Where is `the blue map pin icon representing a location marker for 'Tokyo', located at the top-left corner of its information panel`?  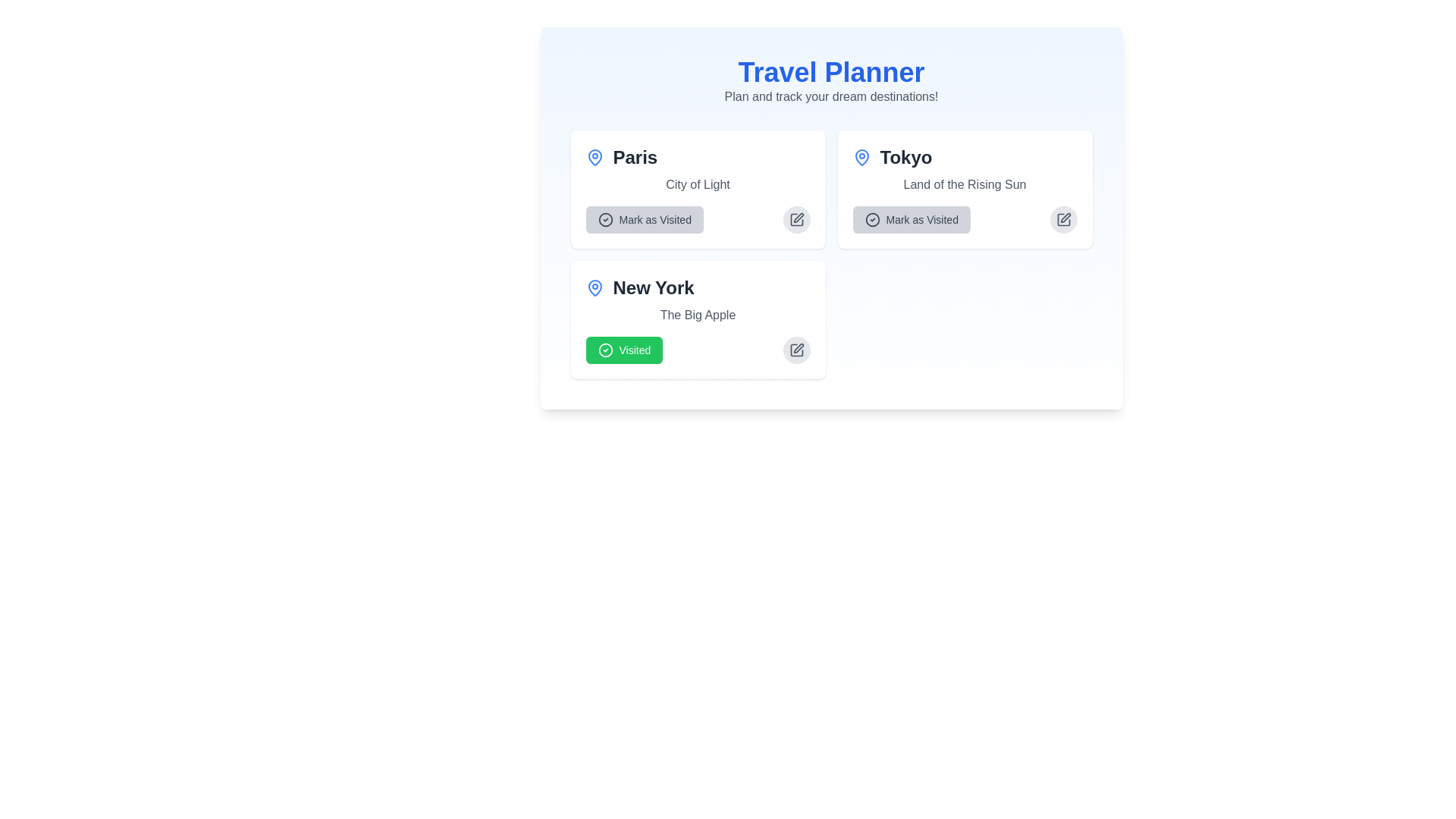
the blue map pin icon representing a location marker for 'Tokyo', located at the top-left corner of its information panel is located at coordinates (861, 158).